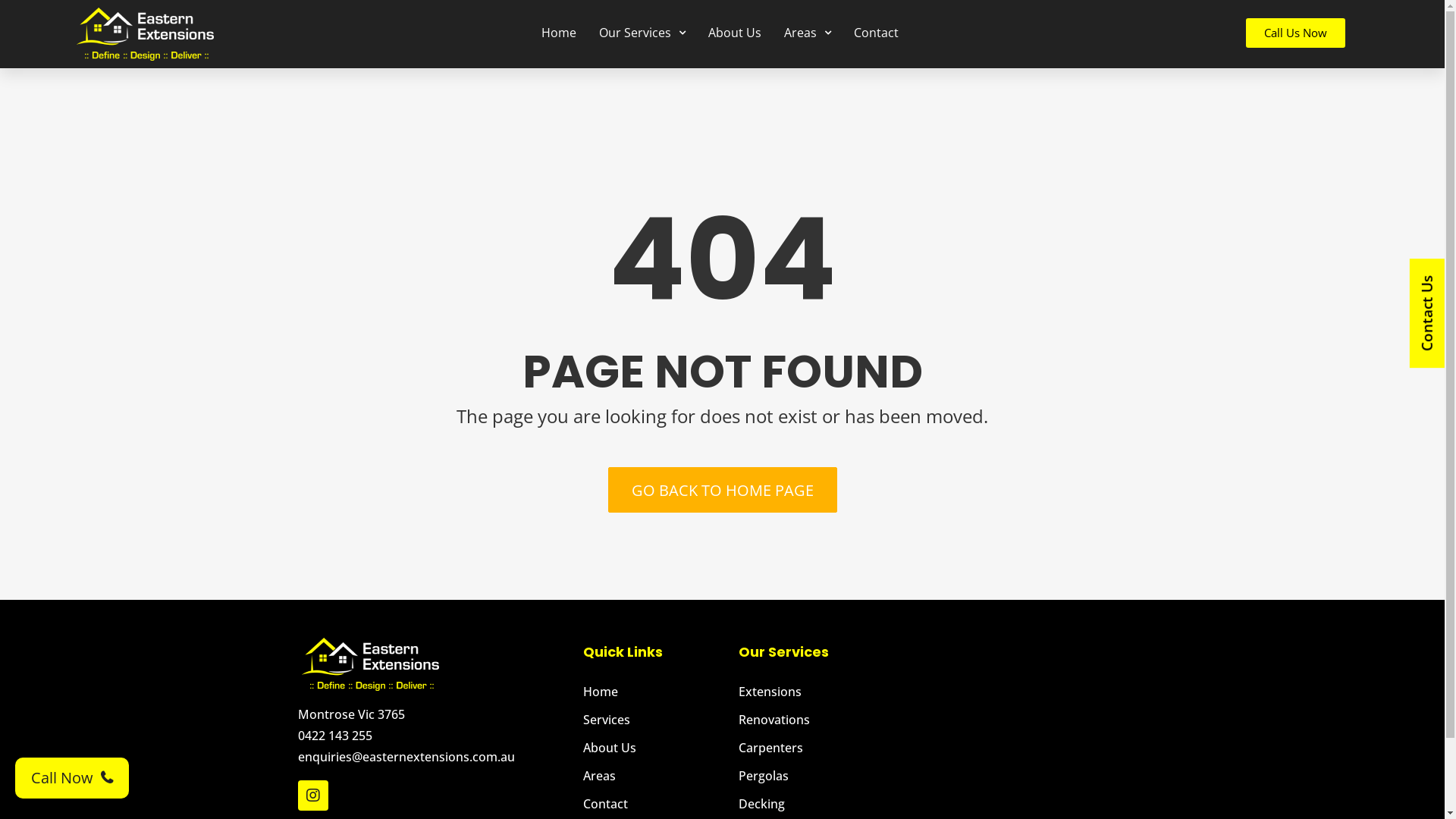  What do you see at coordinates (297, 734) in the screenshot?
I see `'0422 143 255'` at bounding box center [297, 734].